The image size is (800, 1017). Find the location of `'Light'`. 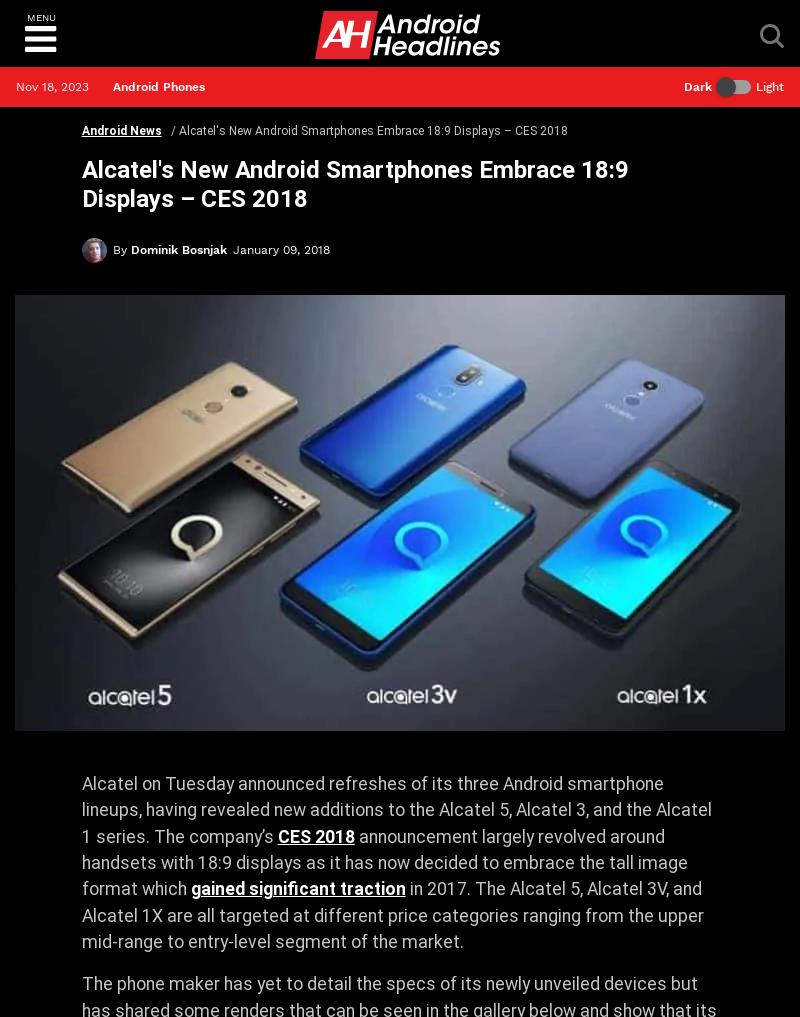

'Light' is located at coordinates (769, 86).